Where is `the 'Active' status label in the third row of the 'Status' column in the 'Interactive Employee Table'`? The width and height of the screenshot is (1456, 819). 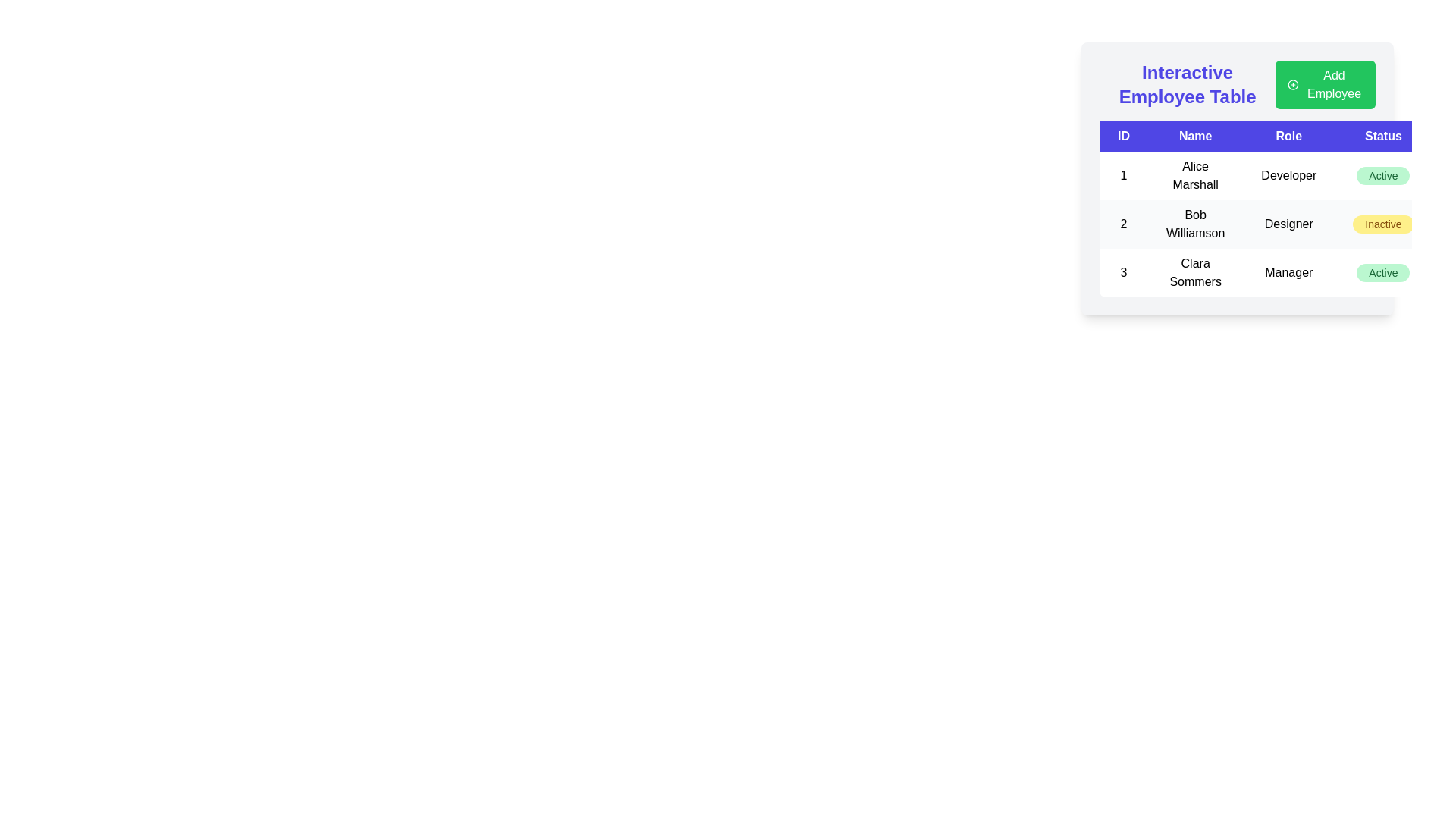 the 'Active' status label in the third row of the 'Status' column in the 'Interactive Employee Table' is located at coordinates (1383, 174).